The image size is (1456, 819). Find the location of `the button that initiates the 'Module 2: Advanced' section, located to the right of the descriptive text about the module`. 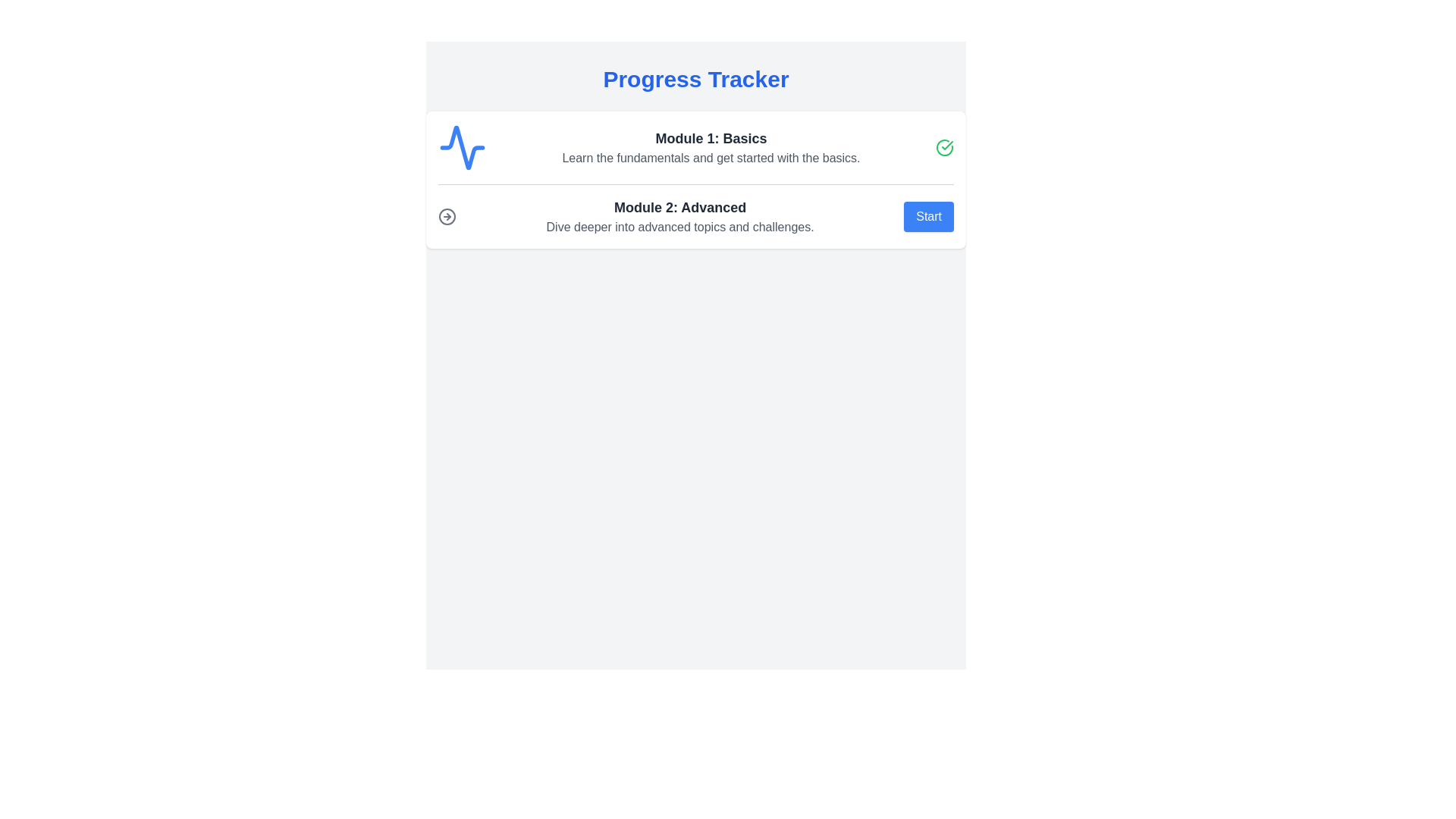

the button that initiates the 'Module 2: Advanced' section, located to the right of the descriptive text about the module is located at coordinates (928, 216).